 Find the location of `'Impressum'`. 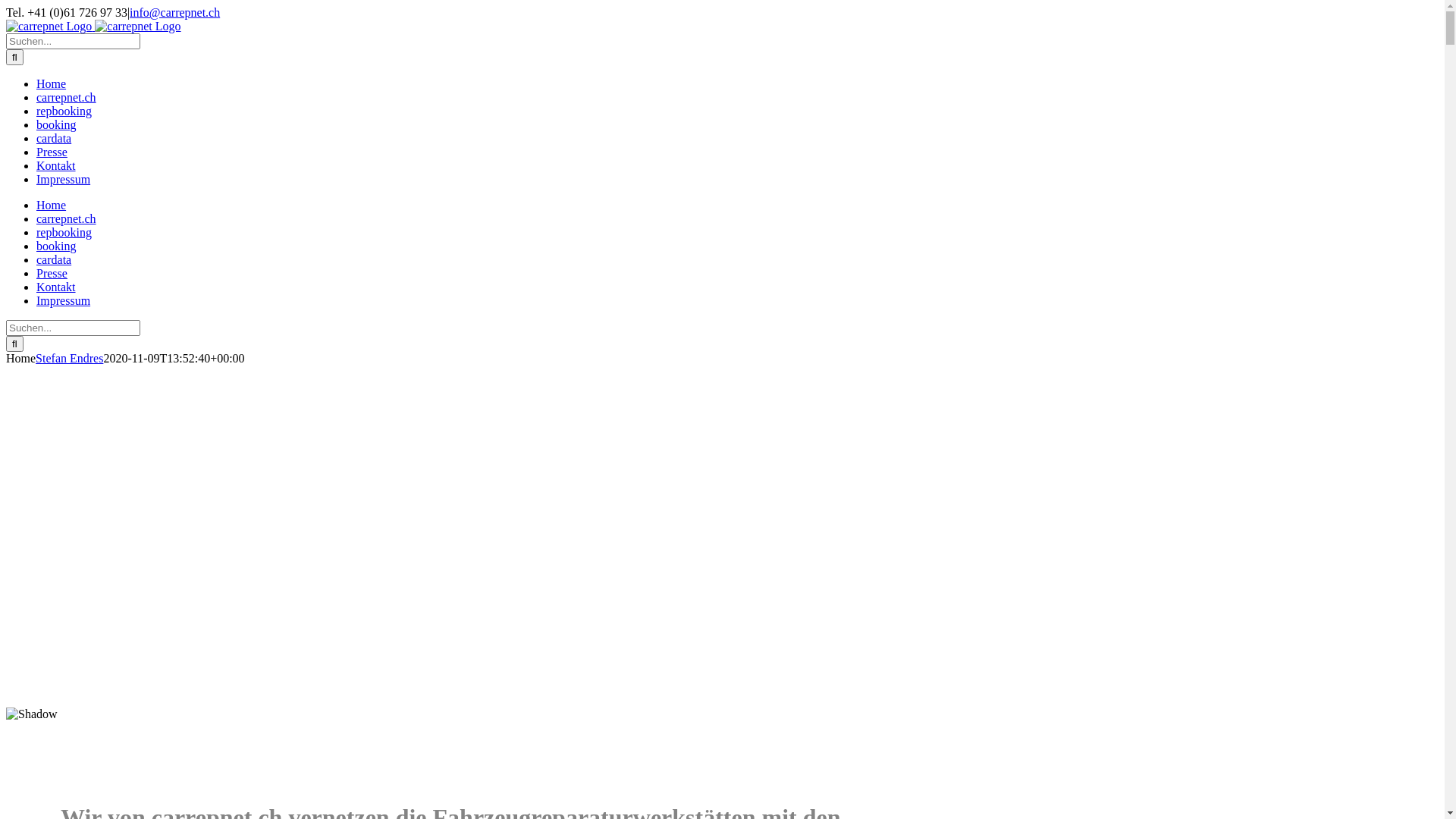

'Impressum' is located at coordinates (36, 300).